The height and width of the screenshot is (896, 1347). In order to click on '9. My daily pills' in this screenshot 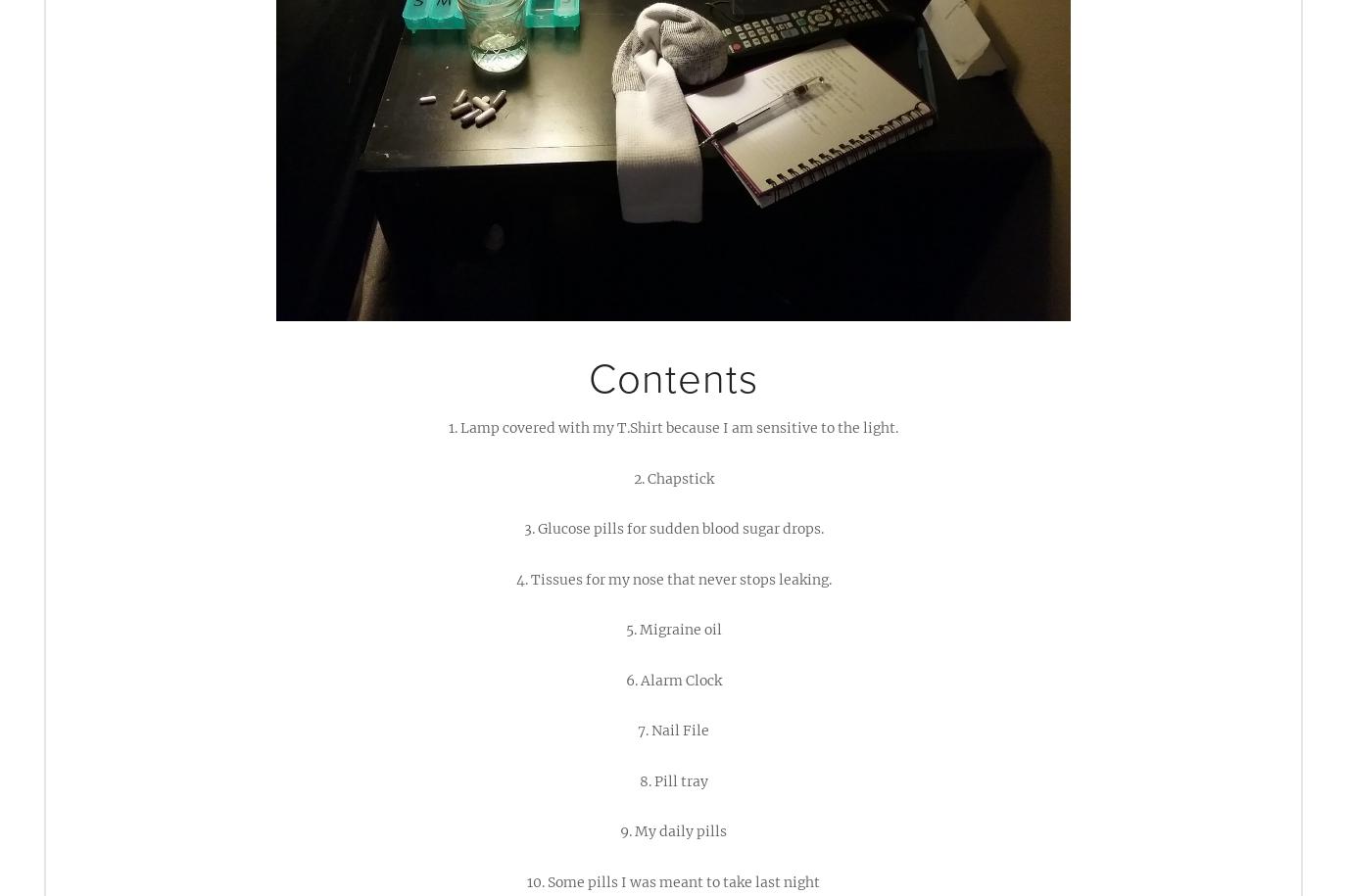, I will do `click(672, 831)`.